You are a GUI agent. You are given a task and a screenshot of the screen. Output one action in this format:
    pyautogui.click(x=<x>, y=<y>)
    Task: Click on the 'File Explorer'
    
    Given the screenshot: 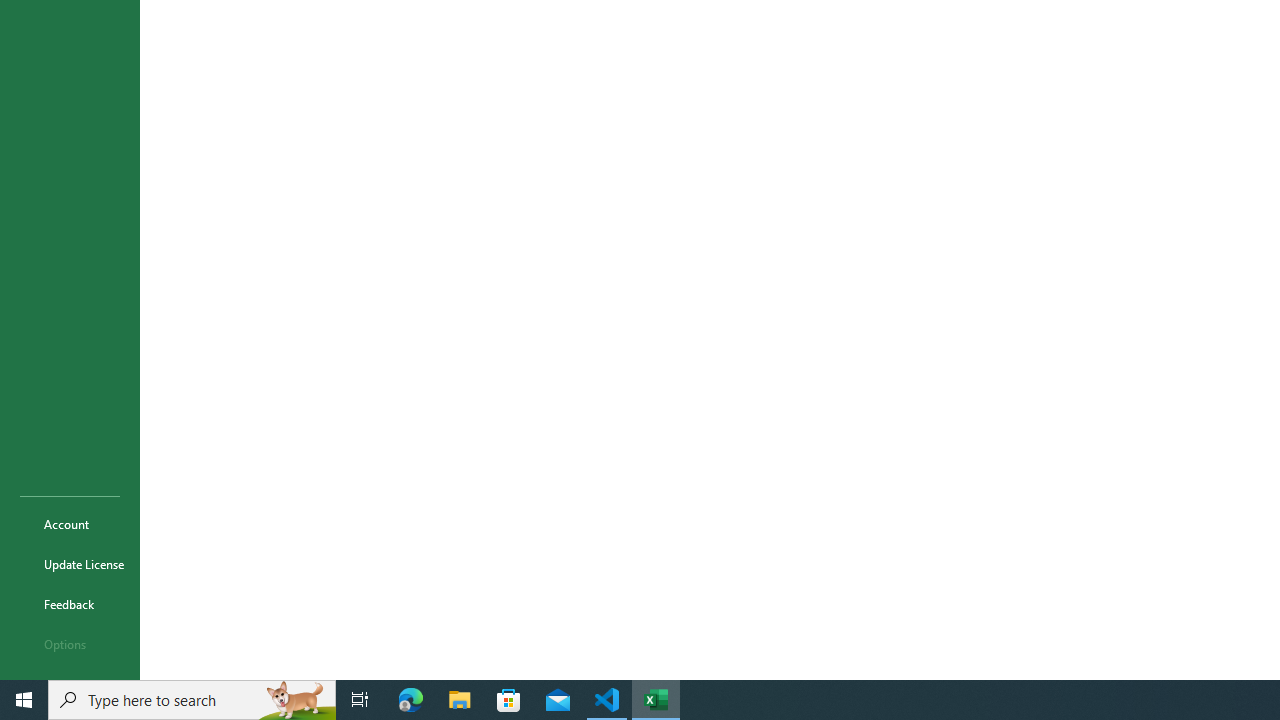 What is the action you would take?
    pyautogui.click(x=459, y=698)
    